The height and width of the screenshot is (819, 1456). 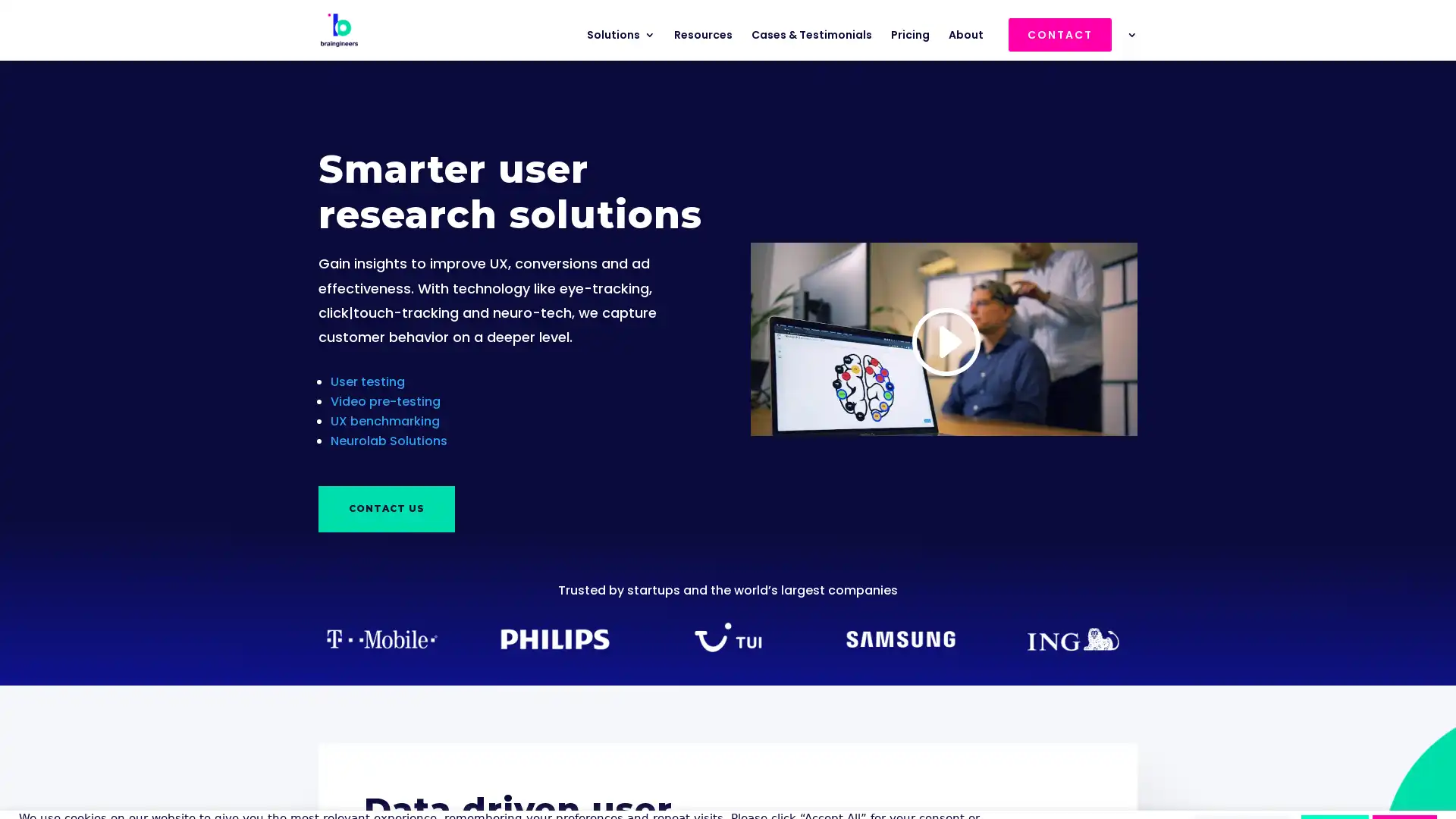 What do you see at coordinates (1118, 400) in the screenshot?
I see `show more media controls` at bounding box center [1118, 400].